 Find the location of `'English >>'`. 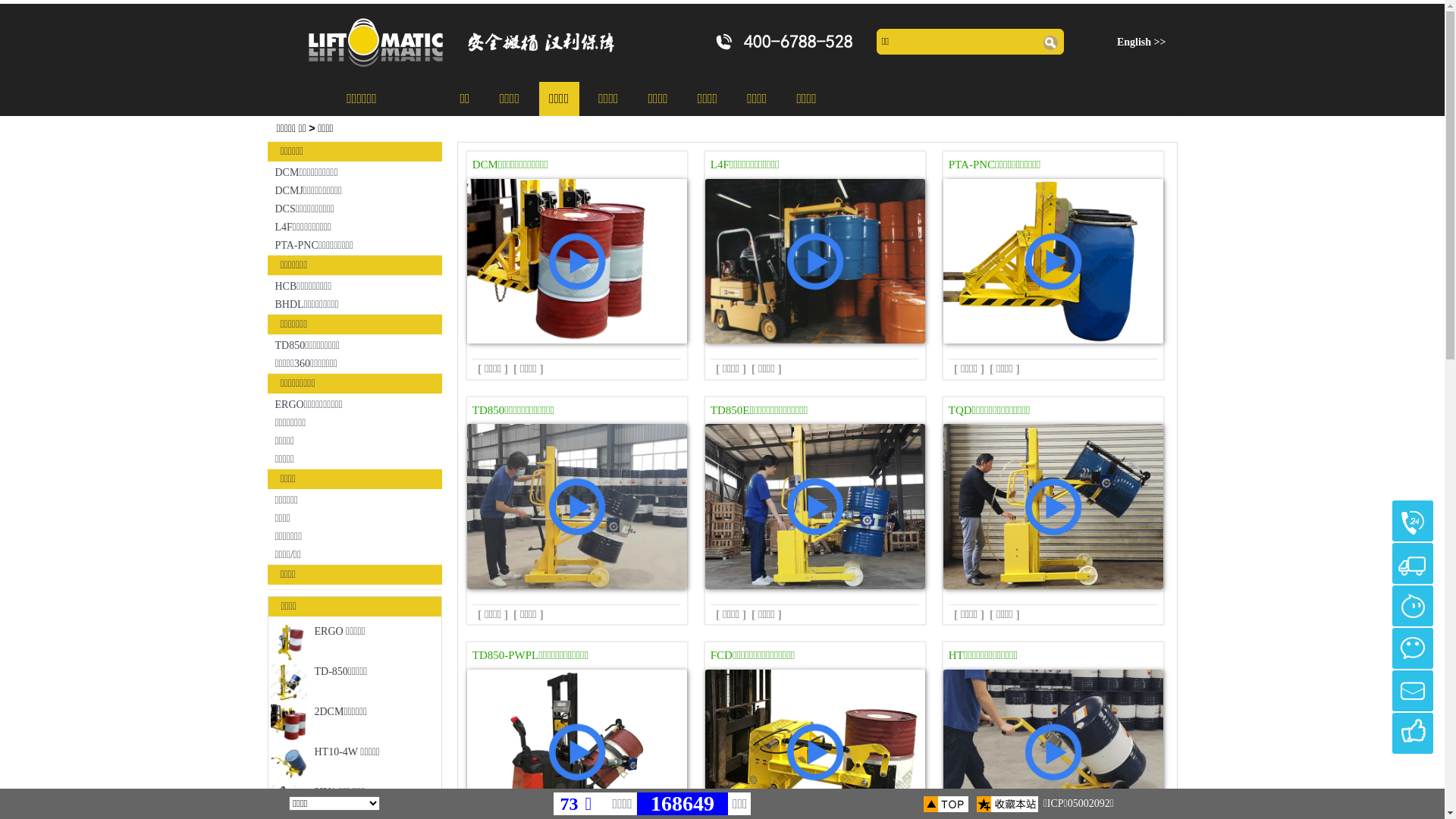

'English >>' is located at coordinates (1141, 41).